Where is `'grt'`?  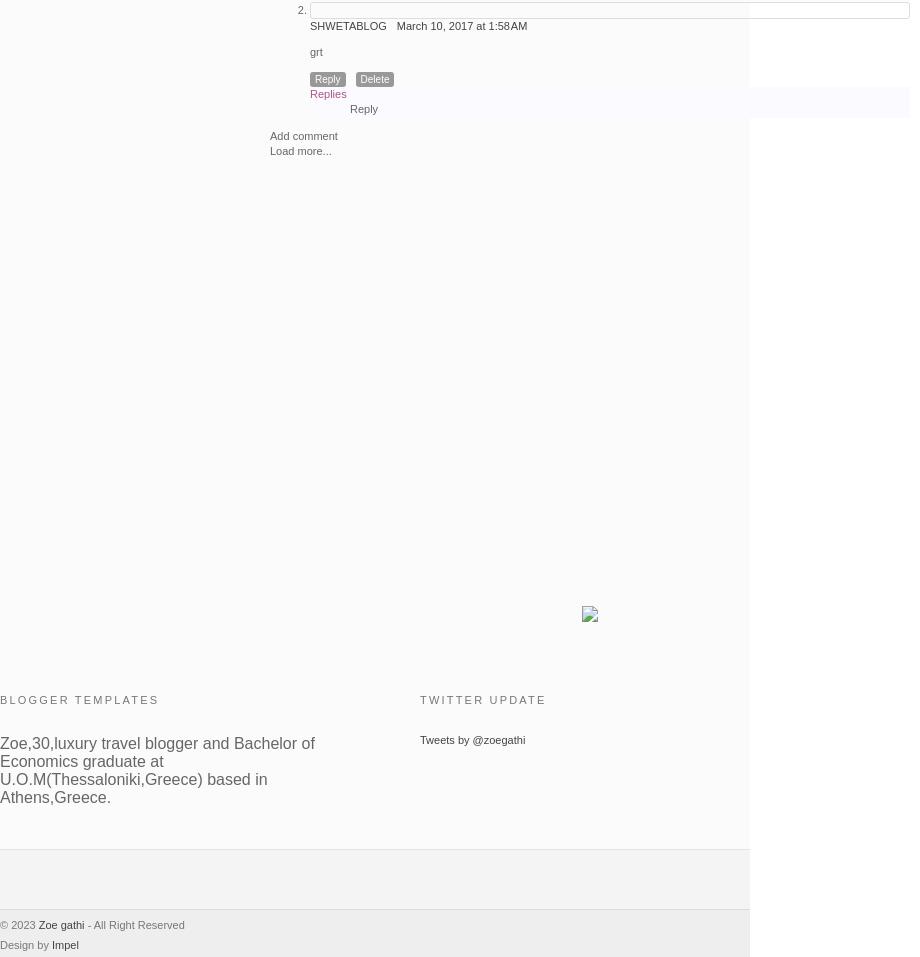
'grt' is located at coordinates (310, 50).